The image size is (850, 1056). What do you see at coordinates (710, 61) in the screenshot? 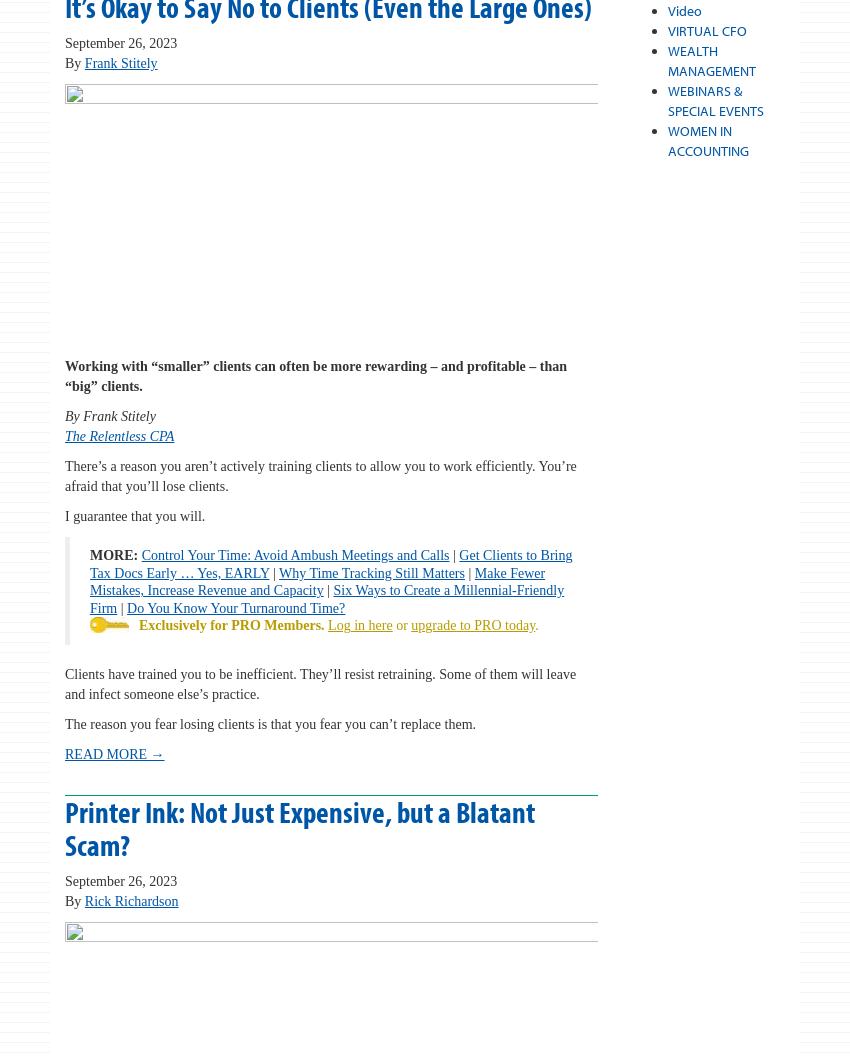
I see `'WEALTH MANAGEMENT'` at bounding box center [710, 61].